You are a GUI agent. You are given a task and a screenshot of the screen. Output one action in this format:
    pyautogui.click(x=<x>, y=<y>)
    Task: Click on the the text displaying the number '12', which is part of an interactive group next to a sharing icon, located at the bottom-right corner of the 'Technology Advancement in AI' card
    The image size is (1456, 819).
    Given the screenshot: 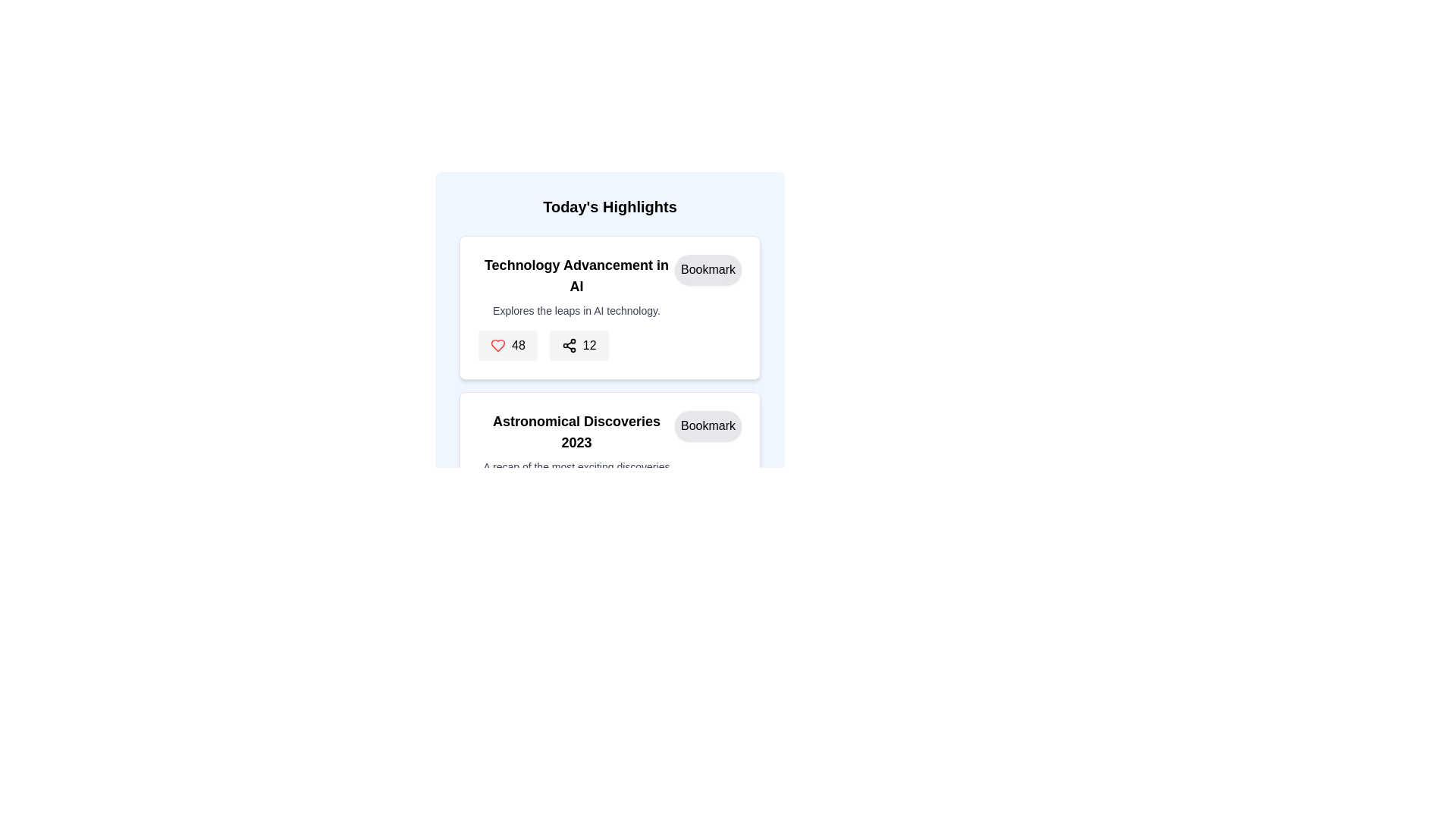 What is the action you would take?
    pyautogui.click(x=588, y=345)
    